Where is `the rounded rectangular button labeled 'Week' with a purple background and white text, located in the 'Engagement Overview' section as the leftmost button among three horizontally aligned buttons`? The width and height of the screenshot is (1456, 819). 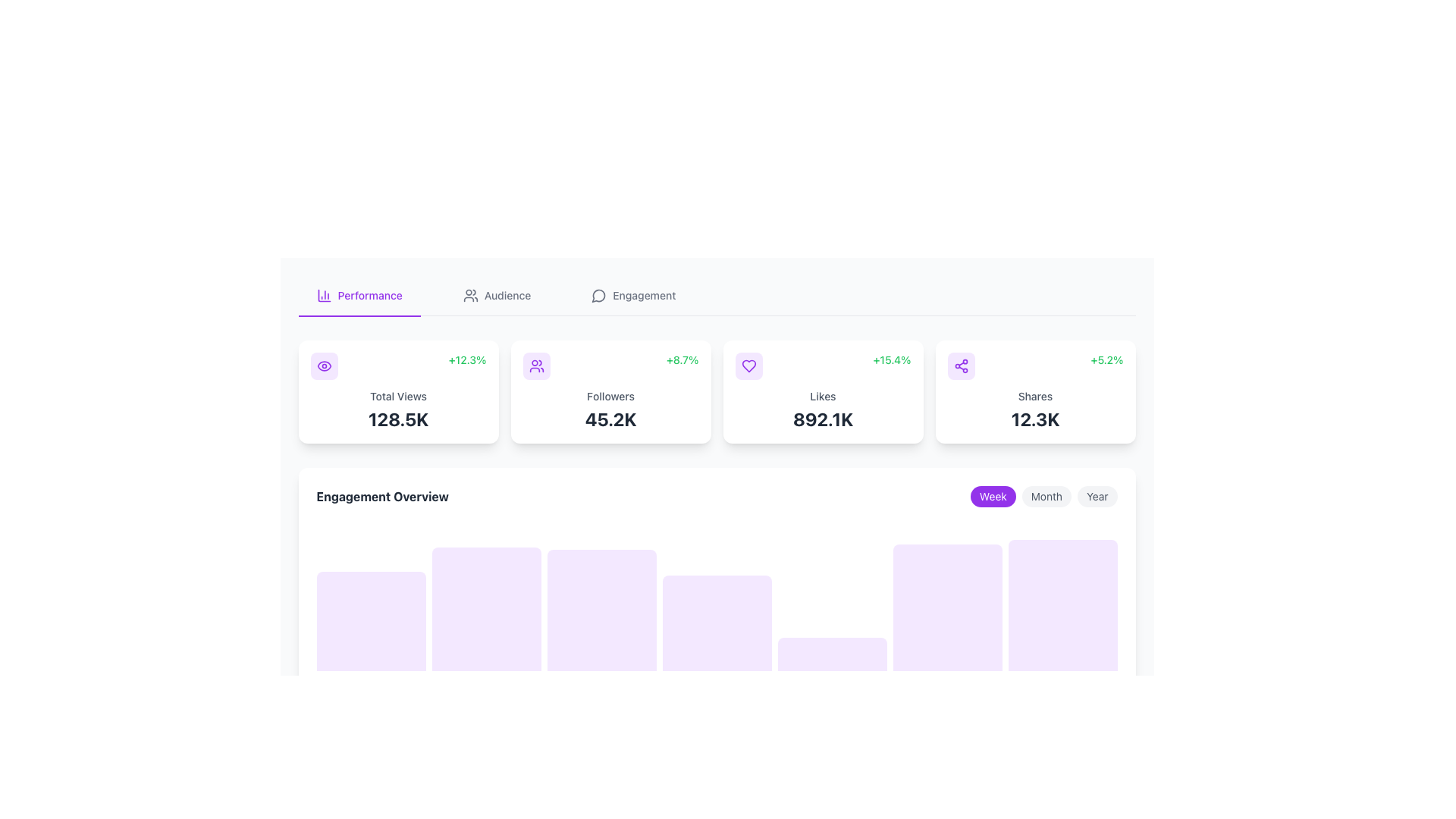 the rounded rectangular button labeled 'Week' with a purple background and white text, located in the 'Engagement Overview' section as the leftmost button among three horizontally aligned buttons is located at coordinates (993, 497).